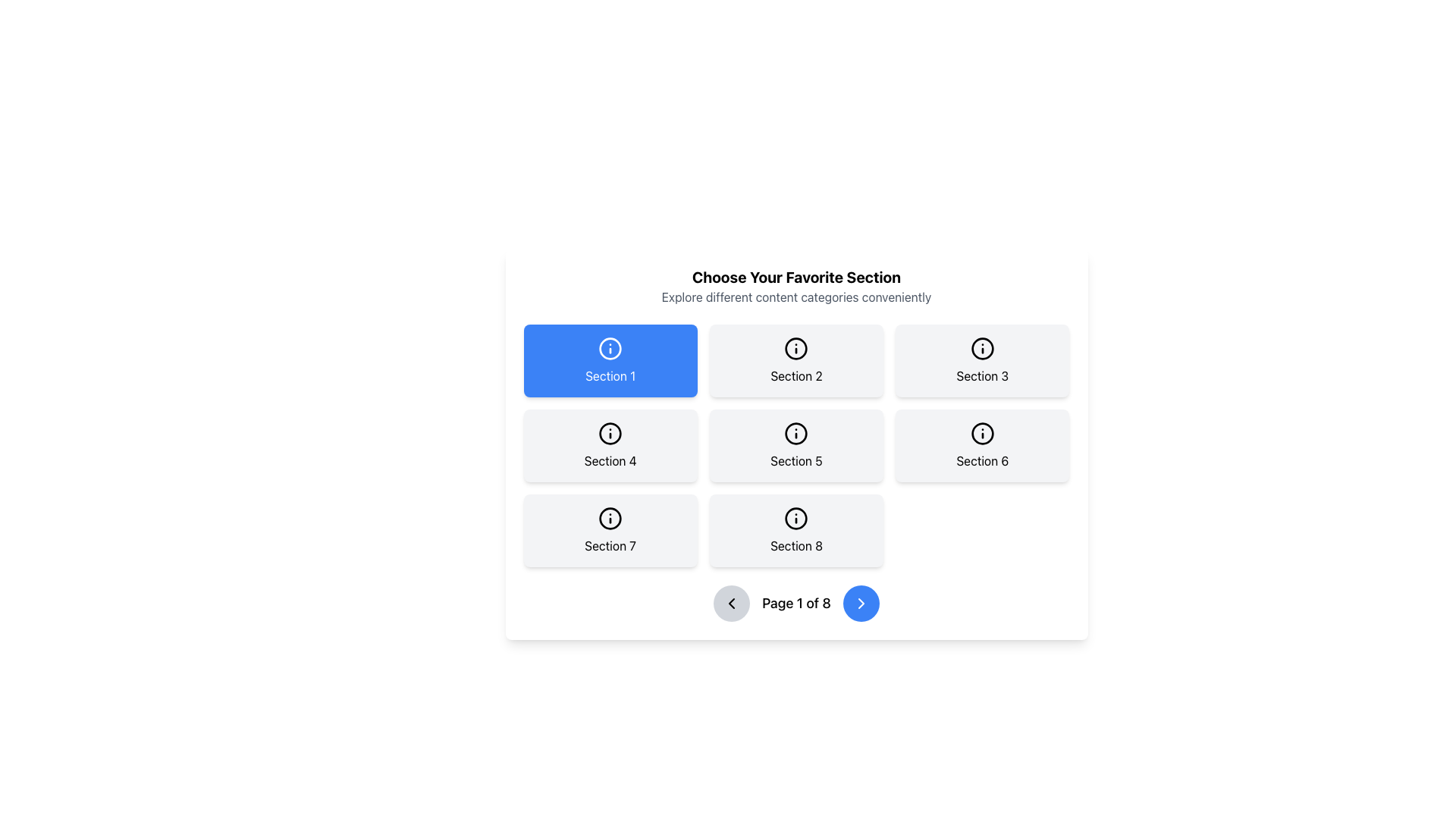 Image resolution: width=1456 pixels, height=819 pixels. What do you see at coordinates (982, 348) in the screenshot?
I see `the SVG Circle Element representing an 'info' icon, which has a black border and is located in Section 3 of the grid` at bounding box center [982, 348].